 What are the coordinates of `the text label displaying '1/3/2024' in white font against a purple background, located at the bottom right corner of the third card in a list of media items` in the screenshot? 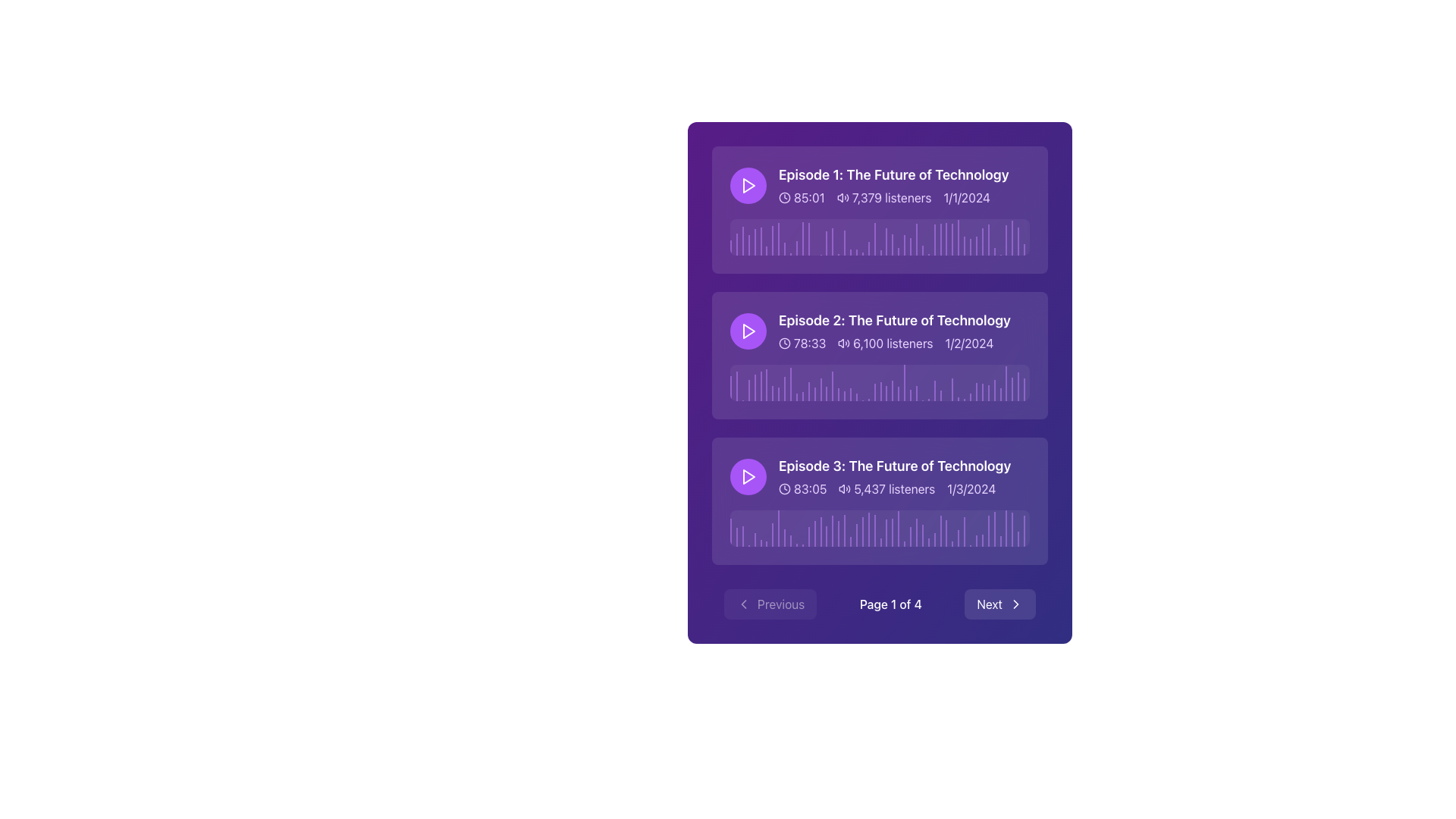 It's located at (971, 488).